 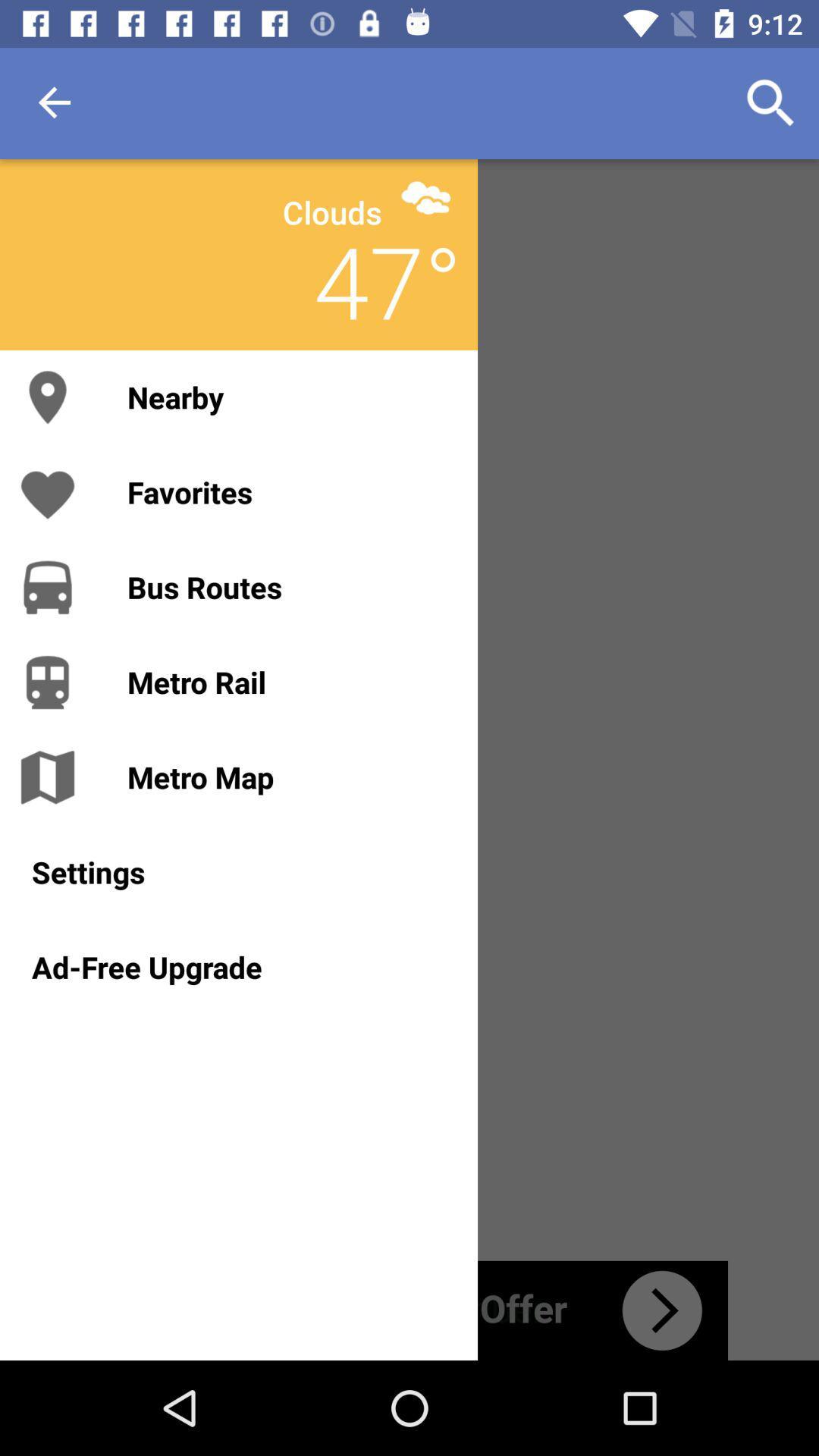 I want to click on ad-free upgrade item, so click(x=239, y=966).